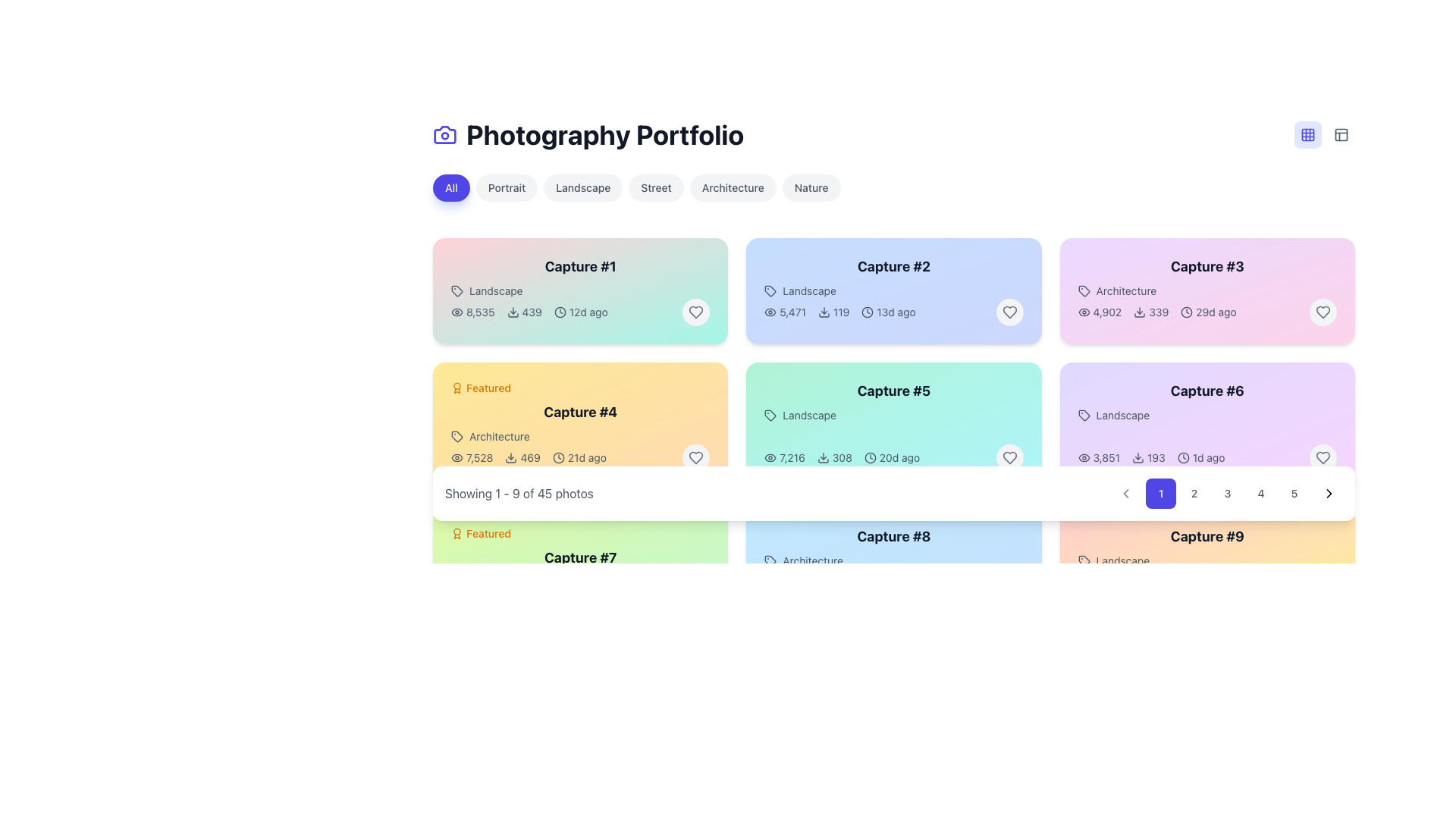 This screenshot has height=819, width=1456. Describe the element at coordinates (701, 533) in the screenshot. I see `the maximize button located in the top-right corner of the 'Capture #7' card to enlarge or view detailed information` at that location.